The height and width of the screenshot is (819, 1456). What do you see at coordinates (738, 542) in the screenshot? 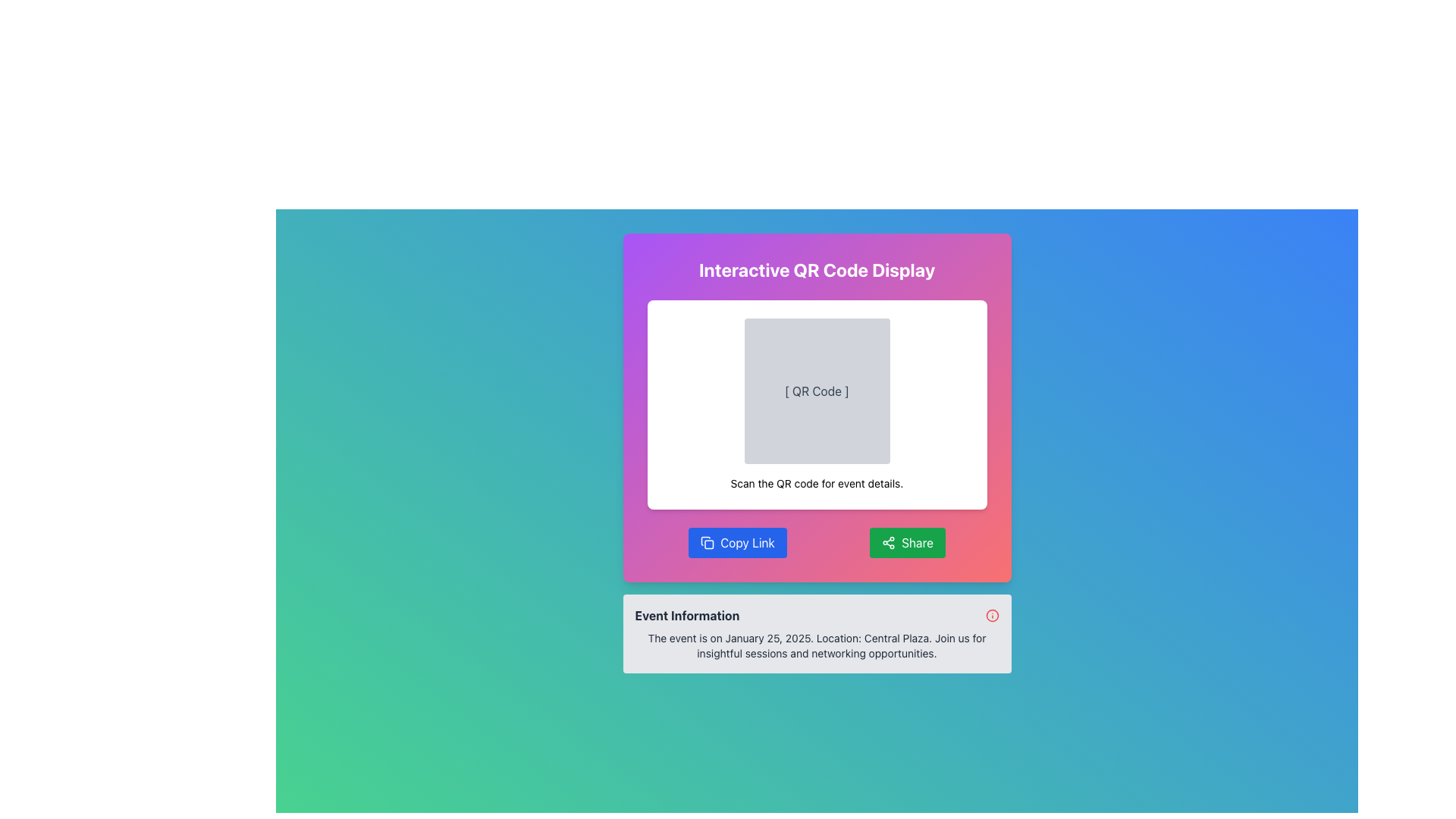
I see `the button used to copy a link, located at the left side of the 'Interactive QR Code Display' panel` at bounding box center [738, 542].